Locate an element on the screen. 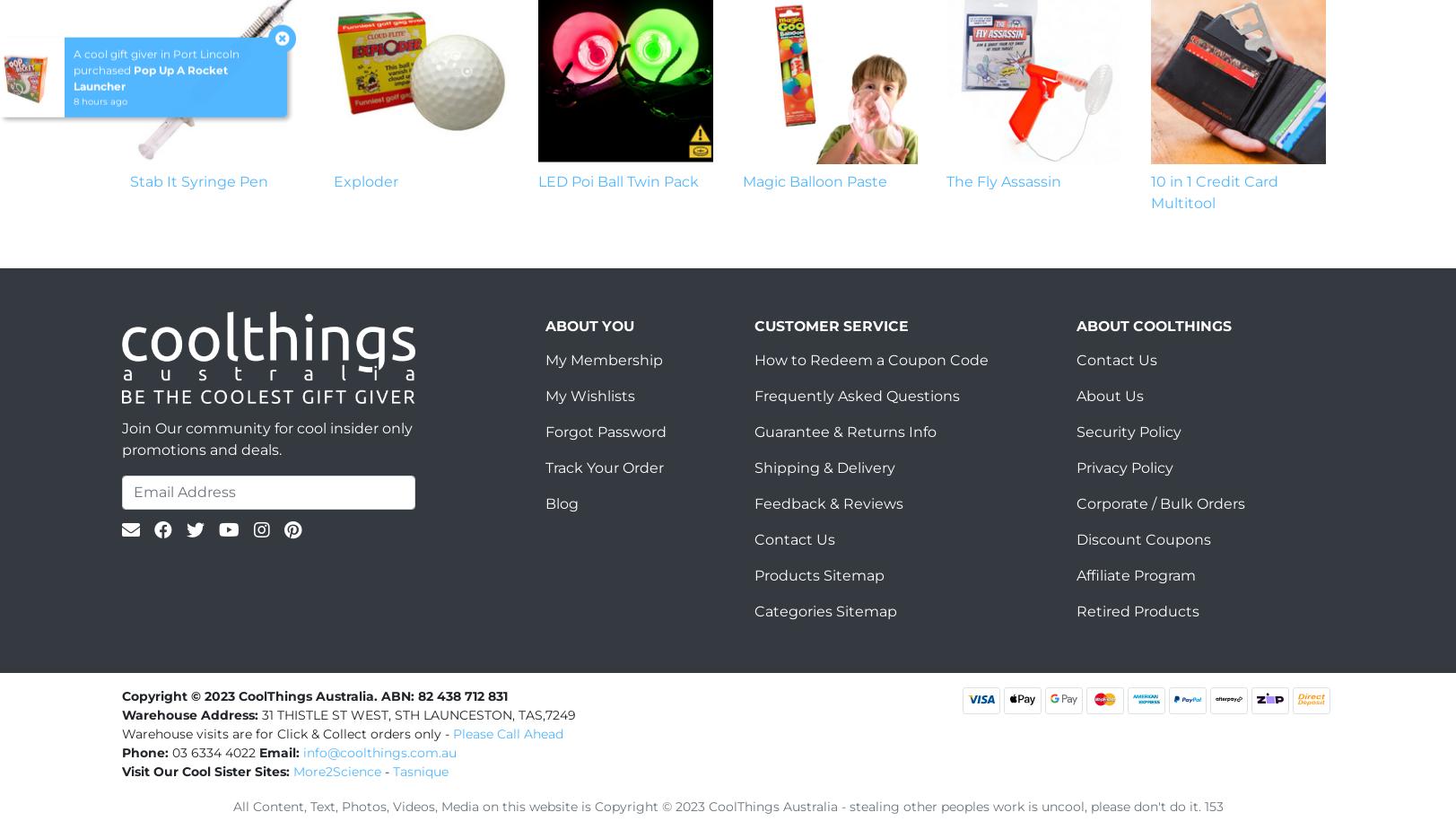 This screenshot has height=830, width=1456. 'Warehouse Address:' is located at coordinates (189, 714).